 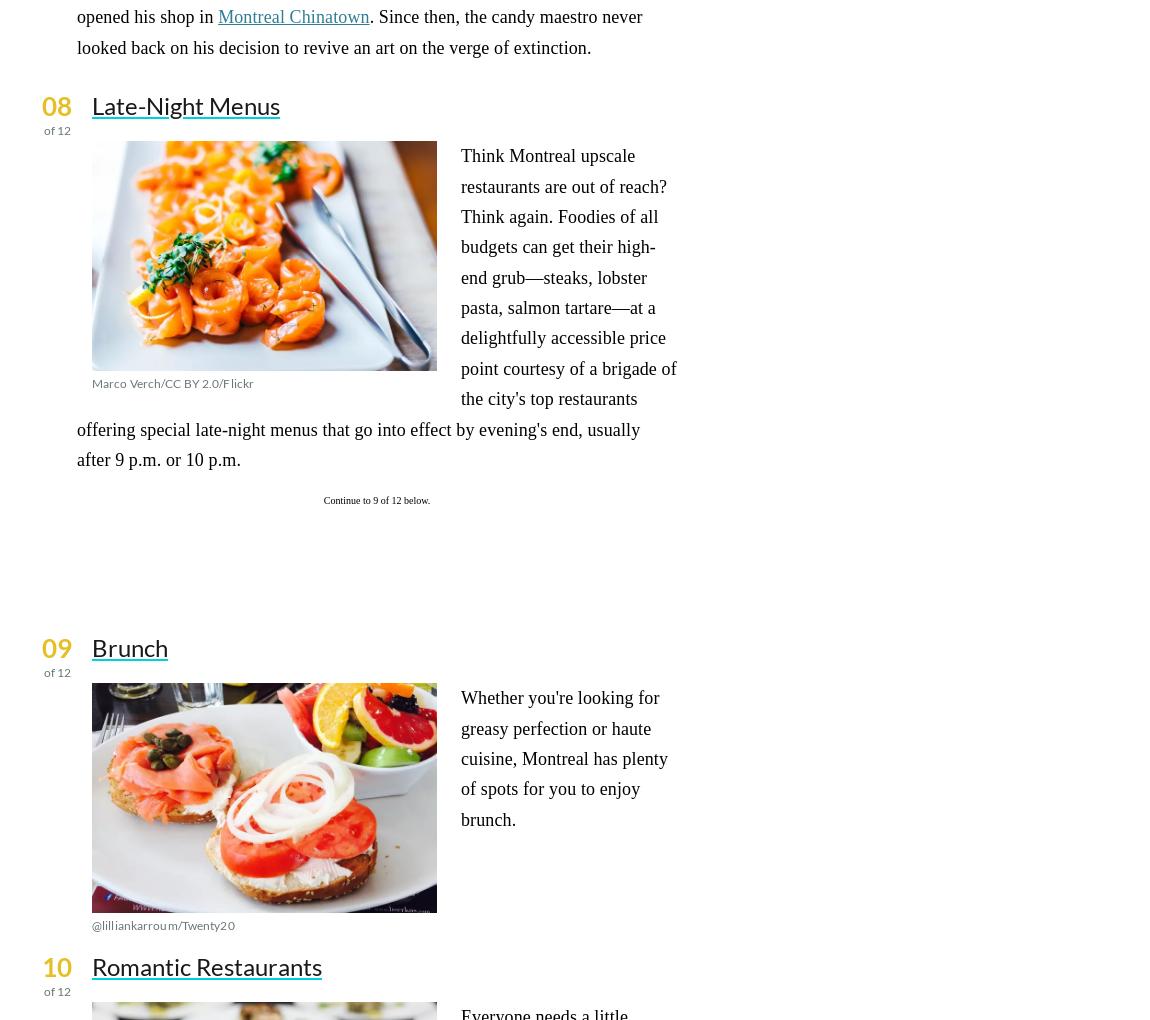 I want to click on 'Whether you're looking for greasy perfection or haute cuisine, Montreal has plenty of spots for you to enjoy brunch.', so click(x=461, y=758).